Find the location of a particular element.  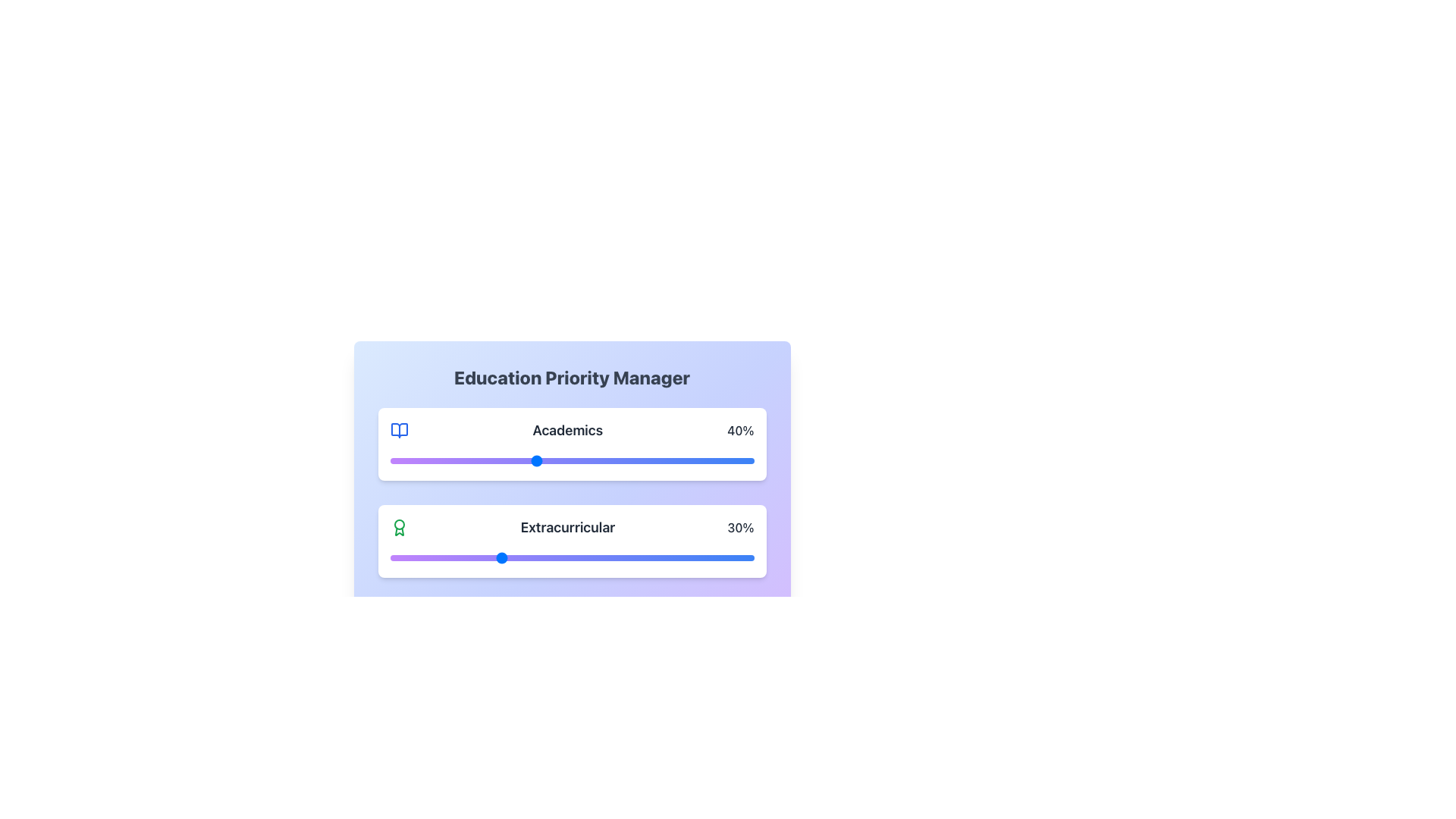

'Extracurricular' value is located at coordinates (513, 558).